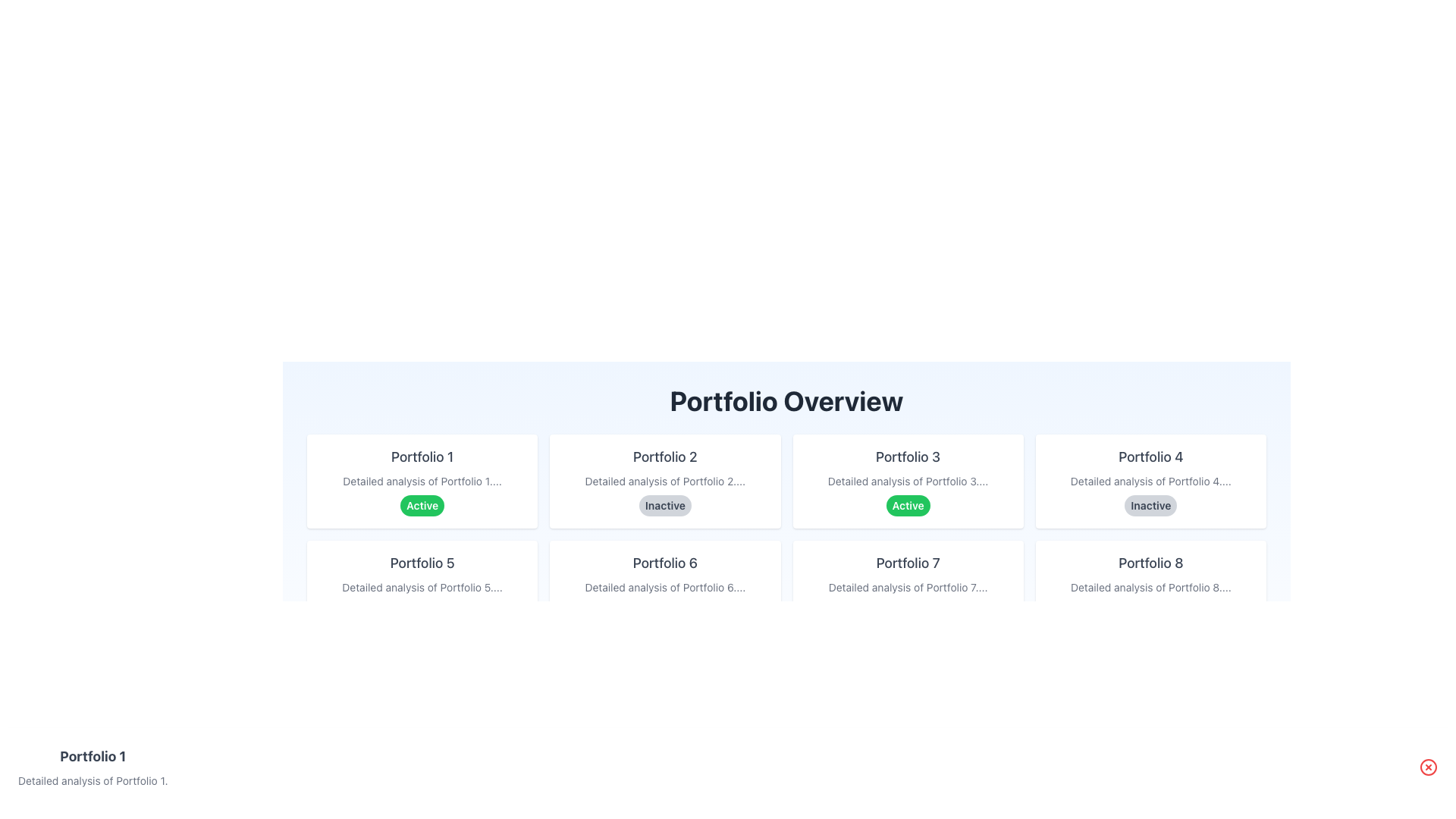 The width and height of the screenshot is (1456, 819). I want to click on the portfolio Card component located in the second row, third column of the grid layout, so click(908, 587).